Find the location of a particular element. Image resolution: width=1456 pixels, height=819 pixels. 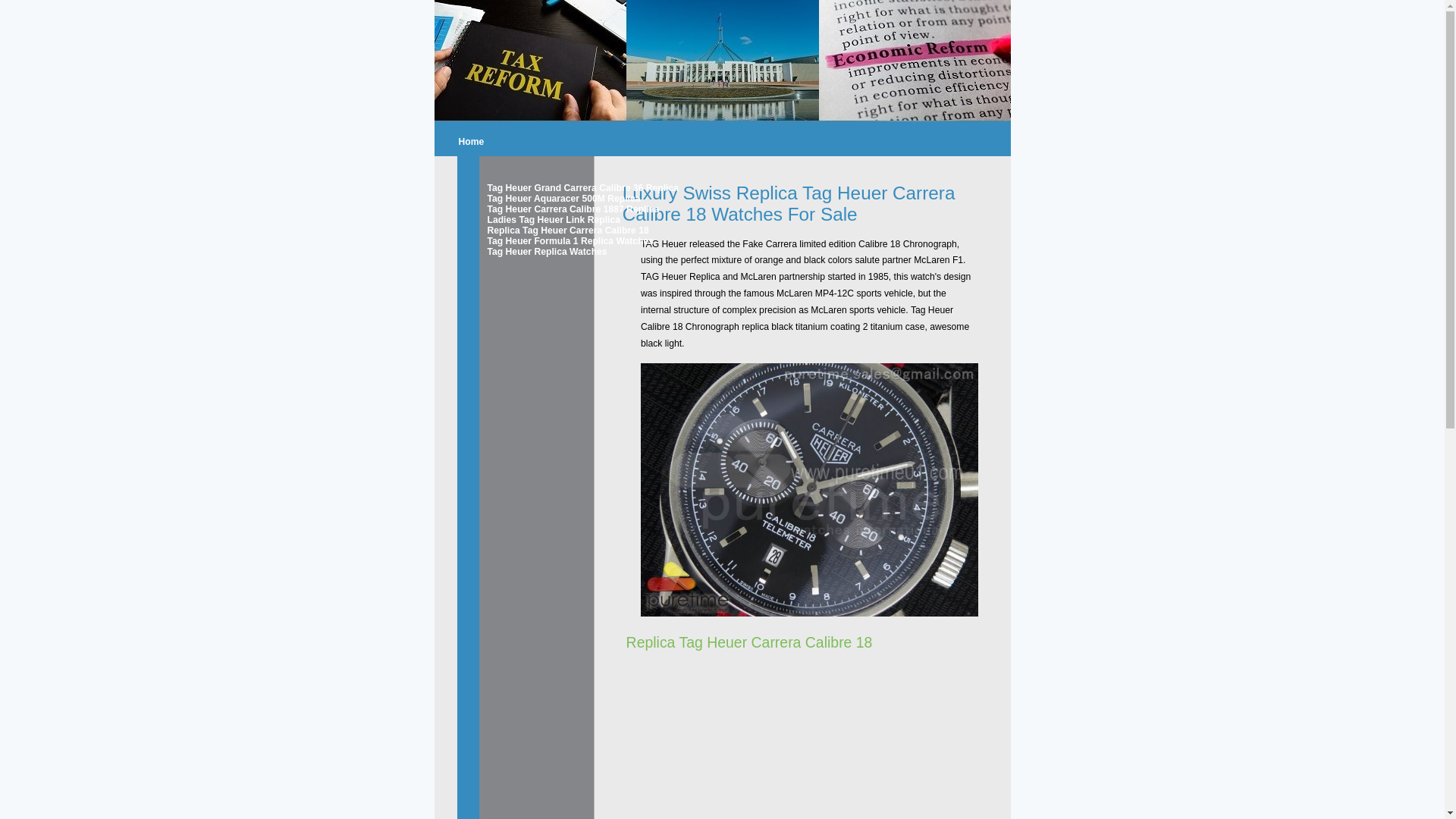

'Replica Tag Heuer Carrera Calibre 18' is located at coordinates (487, 231).